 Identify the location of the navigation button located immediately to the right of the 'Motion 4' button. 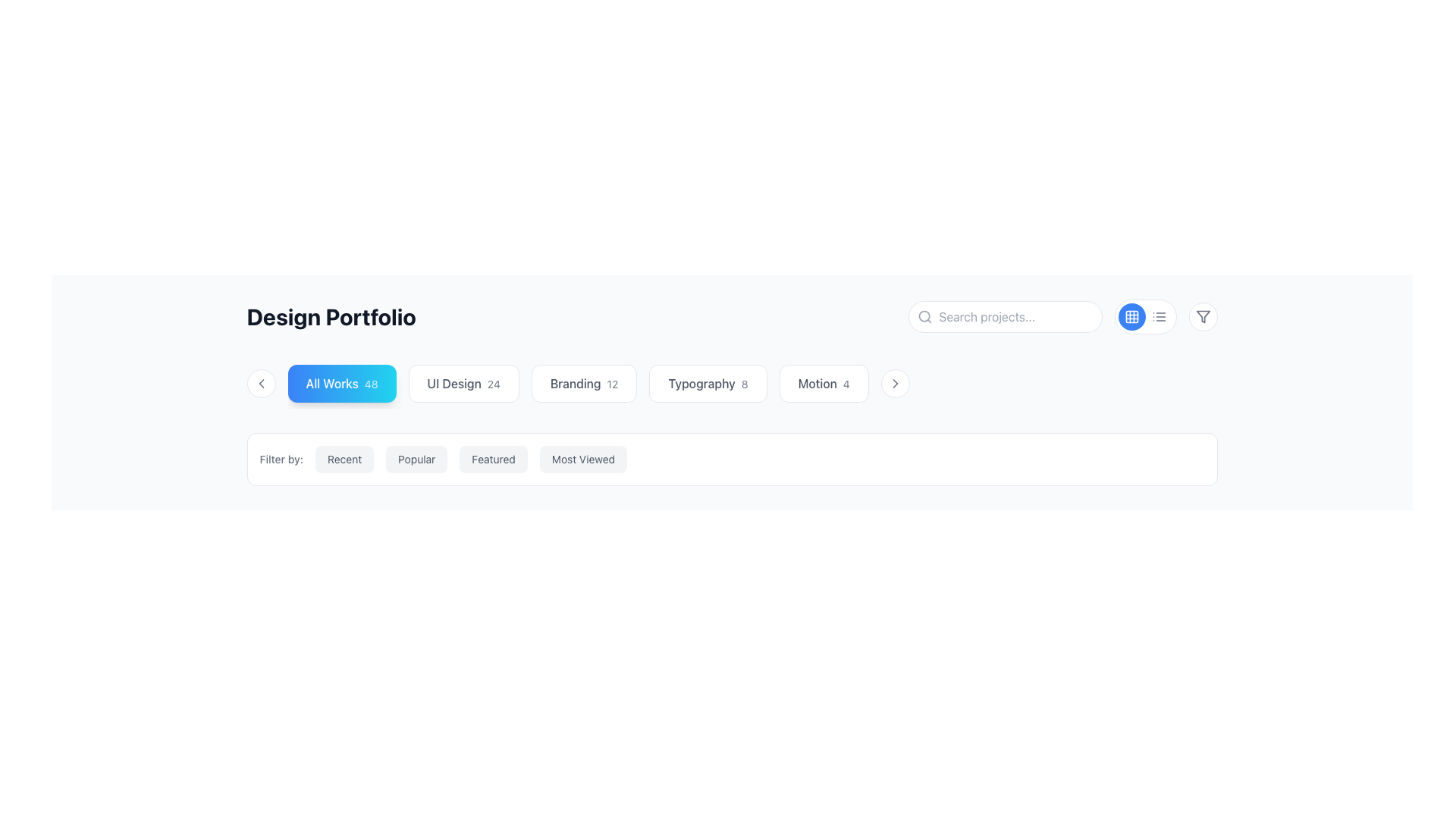
(895, 382).